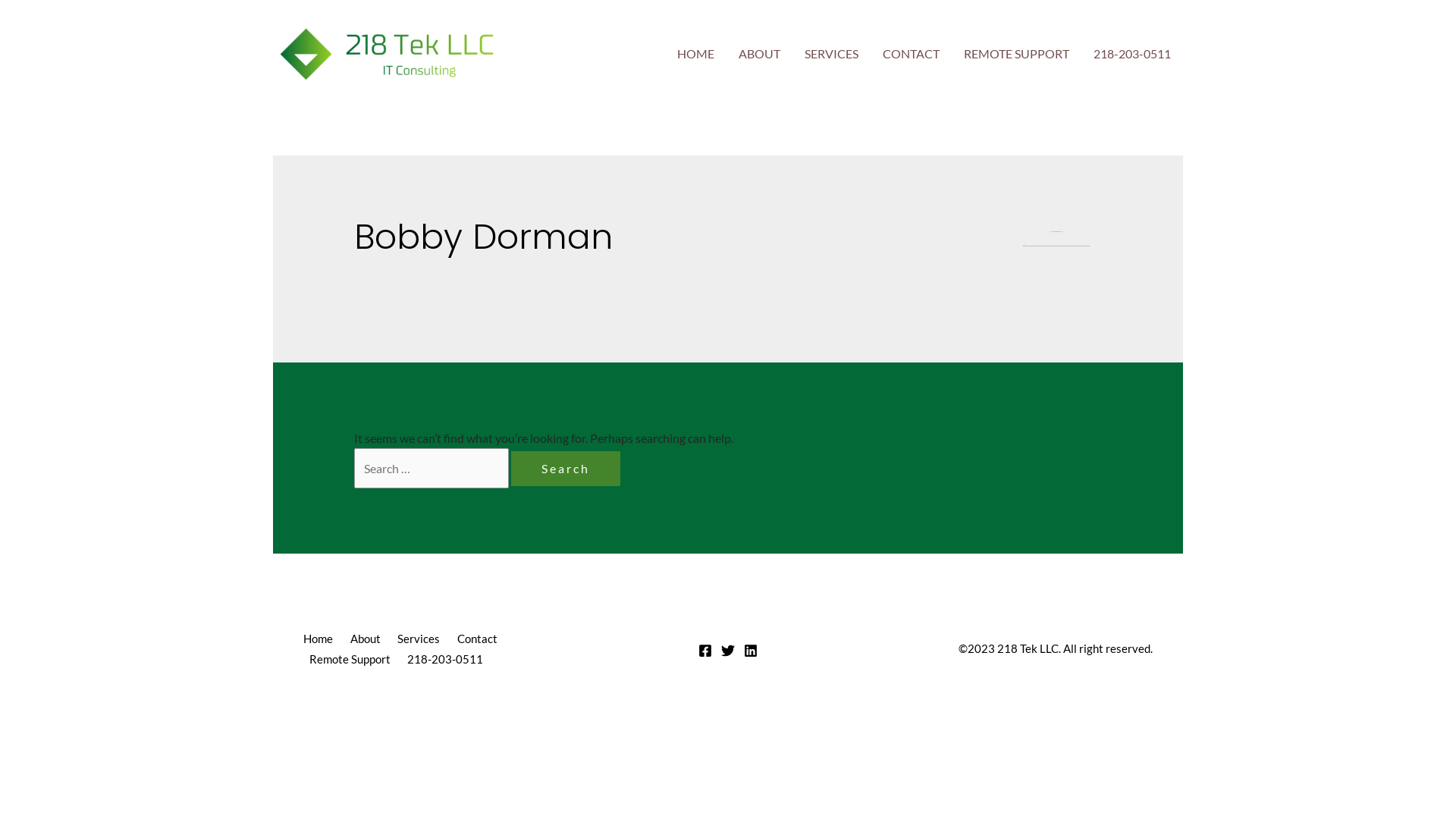 This screenshot has width=1456, height=819. What do you see at coordinates (695, 52) in the screenshot?
I see `'HOME'` at bounding box center [695, 52].